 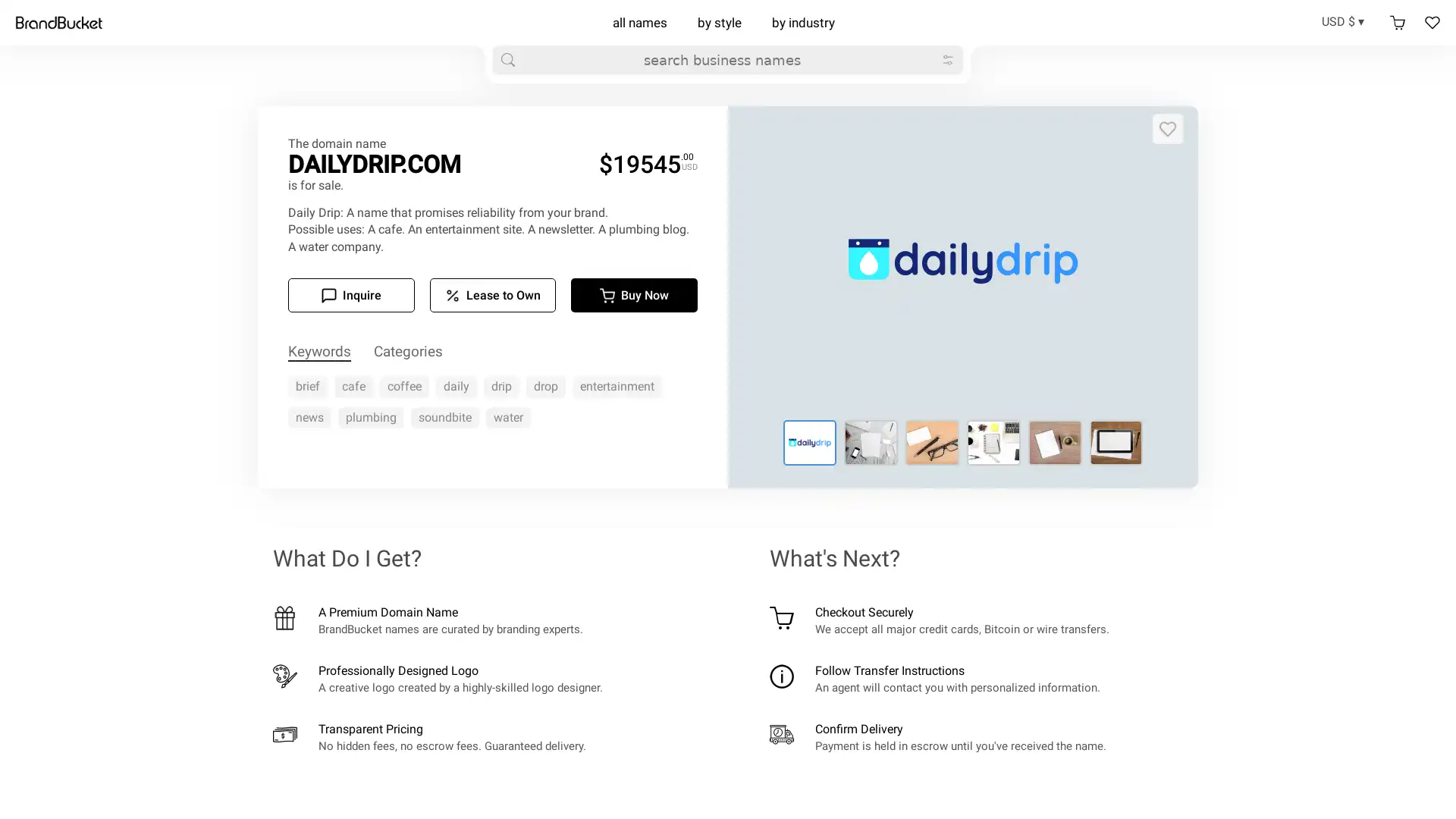 What do you see at coordinates (808, 442) in the screenshot?
I see `Logo for dailydrip.com` at bounding box center [808, 442].